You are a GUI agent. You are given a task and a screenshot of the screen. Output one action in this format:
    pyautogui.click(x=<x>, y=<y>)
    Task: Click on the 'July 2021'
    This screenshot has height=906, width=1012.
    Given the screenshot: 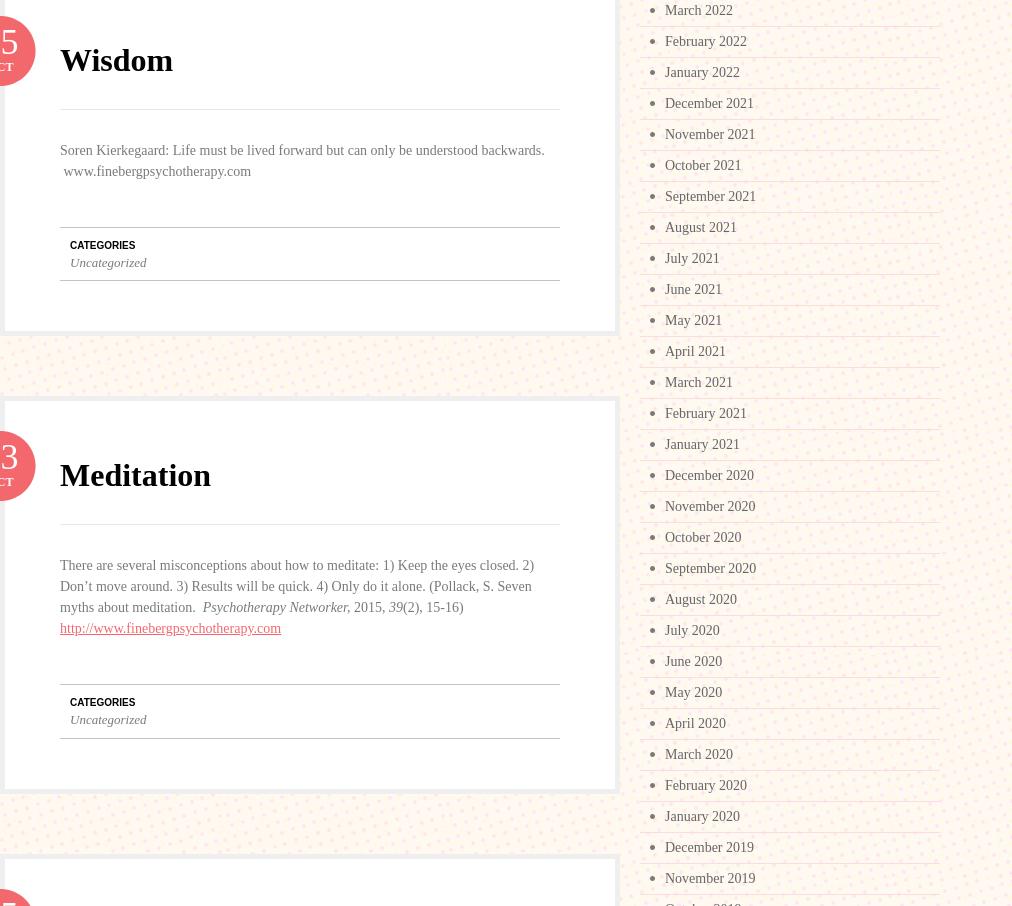 What is the action you would take?
    pyautogui.click(x=692, y=258)
    